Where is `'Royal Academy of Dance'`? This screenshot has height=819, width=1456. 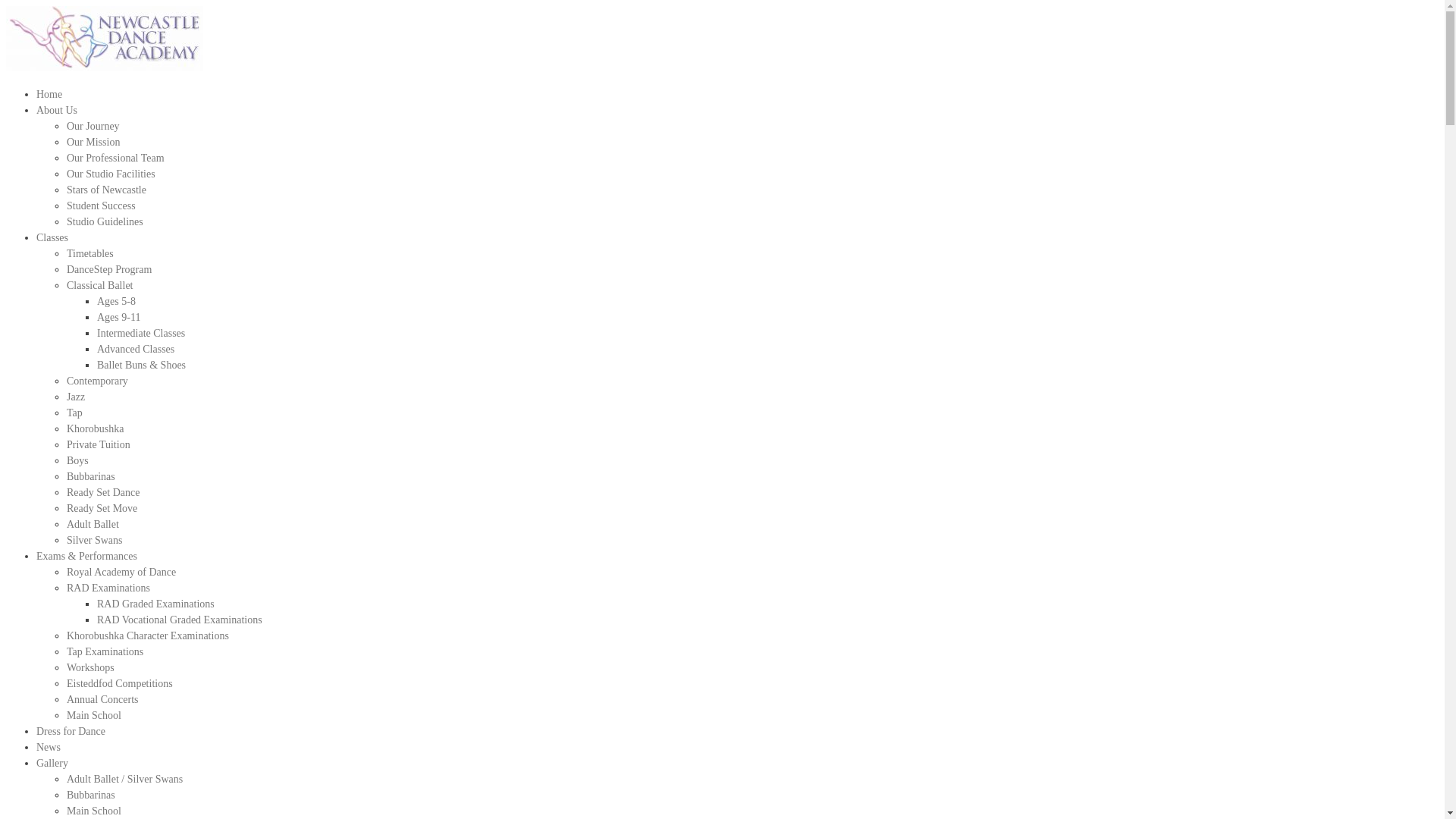 'Royal Academy of Dance' is located at coordinates (120, 572).